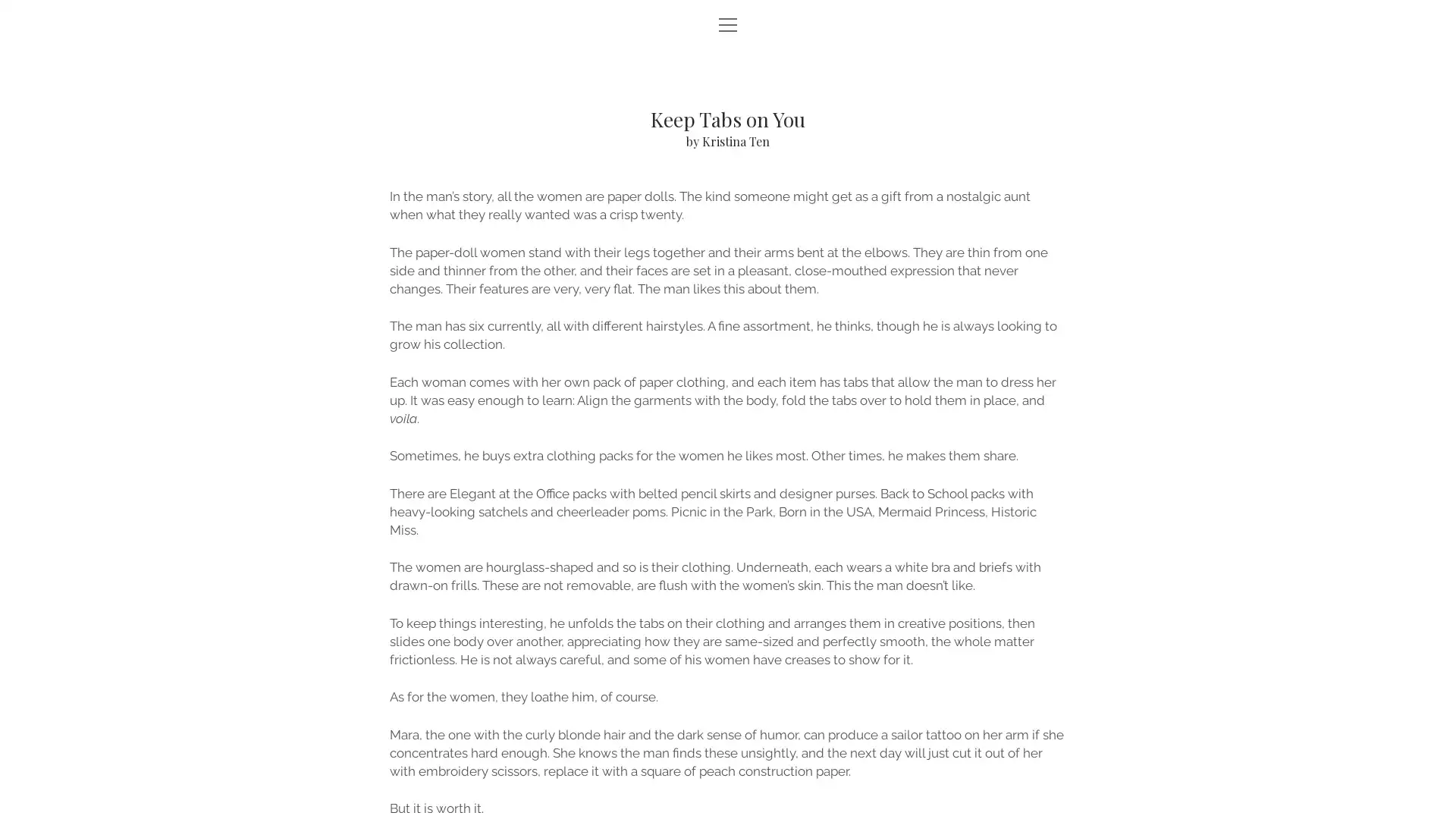  I want to click on open menu, so click(728, 26).